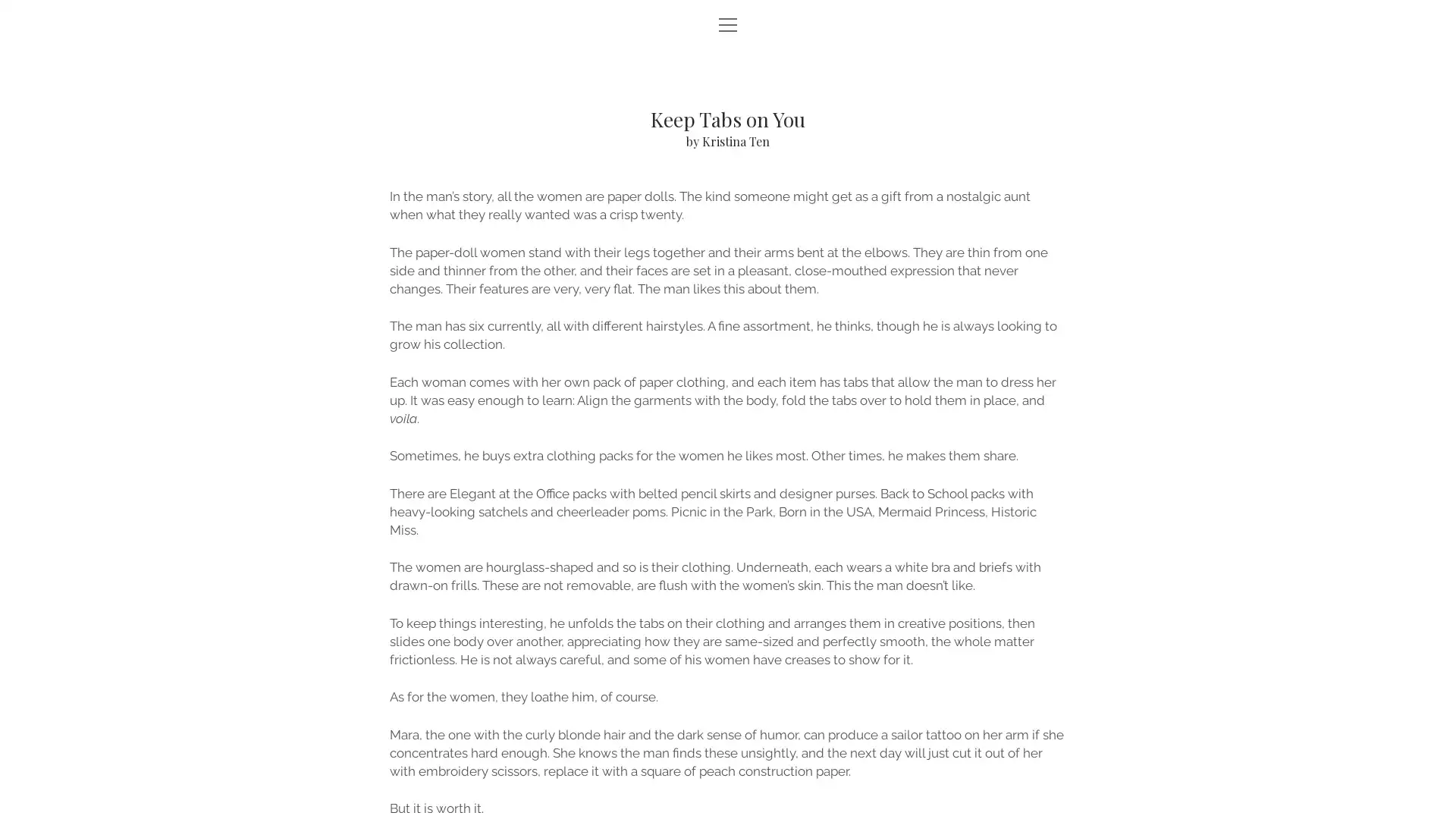  I want to click on open menu, so click(728, 26).